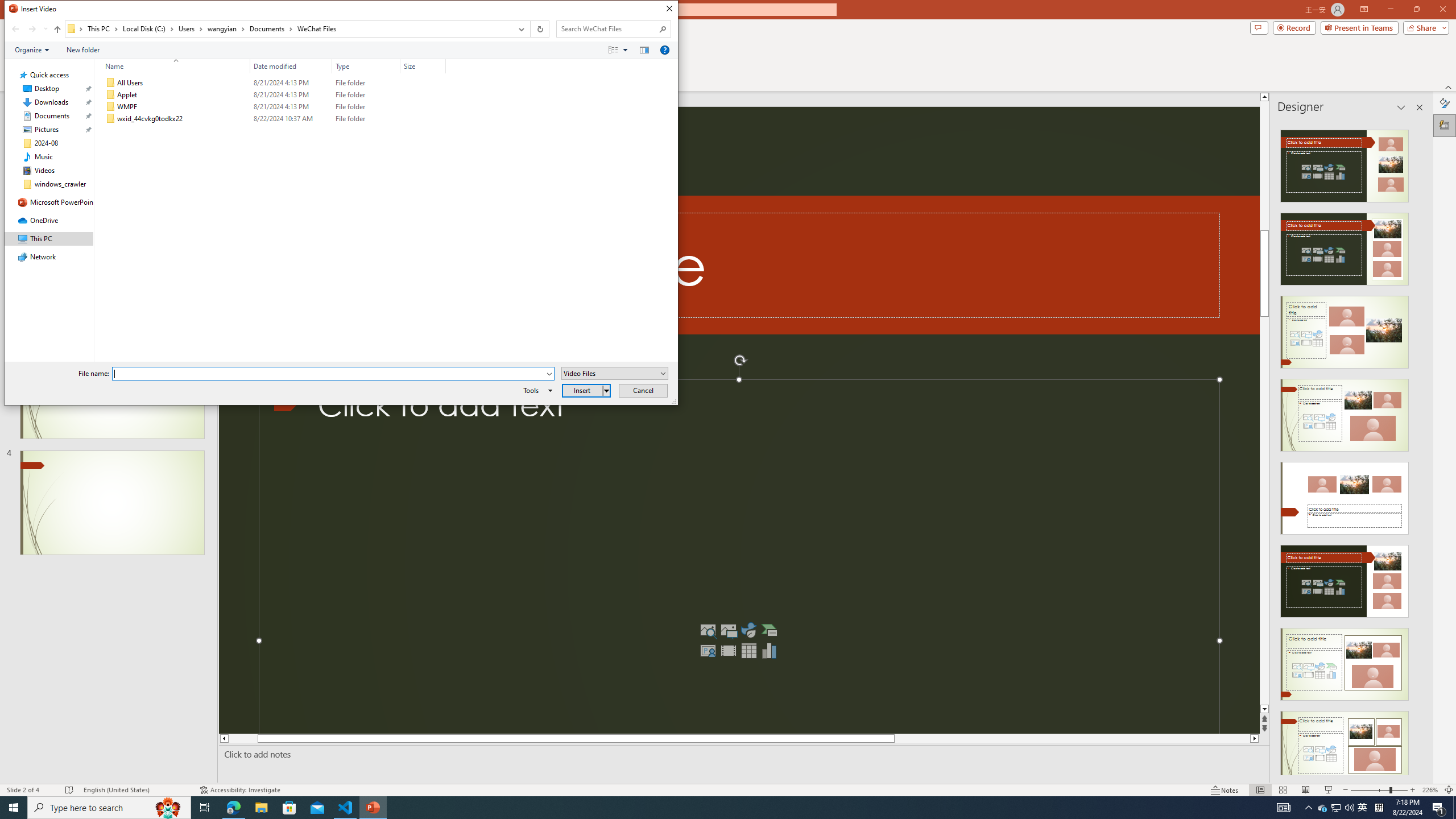 Image resolution: width=1456 pixels, height=819 pixels. What do you see at coordinates (1418, 447) in the screenshot?
I see `'Class: NetUIScrollBar'` at bounding box center [1418, 447].